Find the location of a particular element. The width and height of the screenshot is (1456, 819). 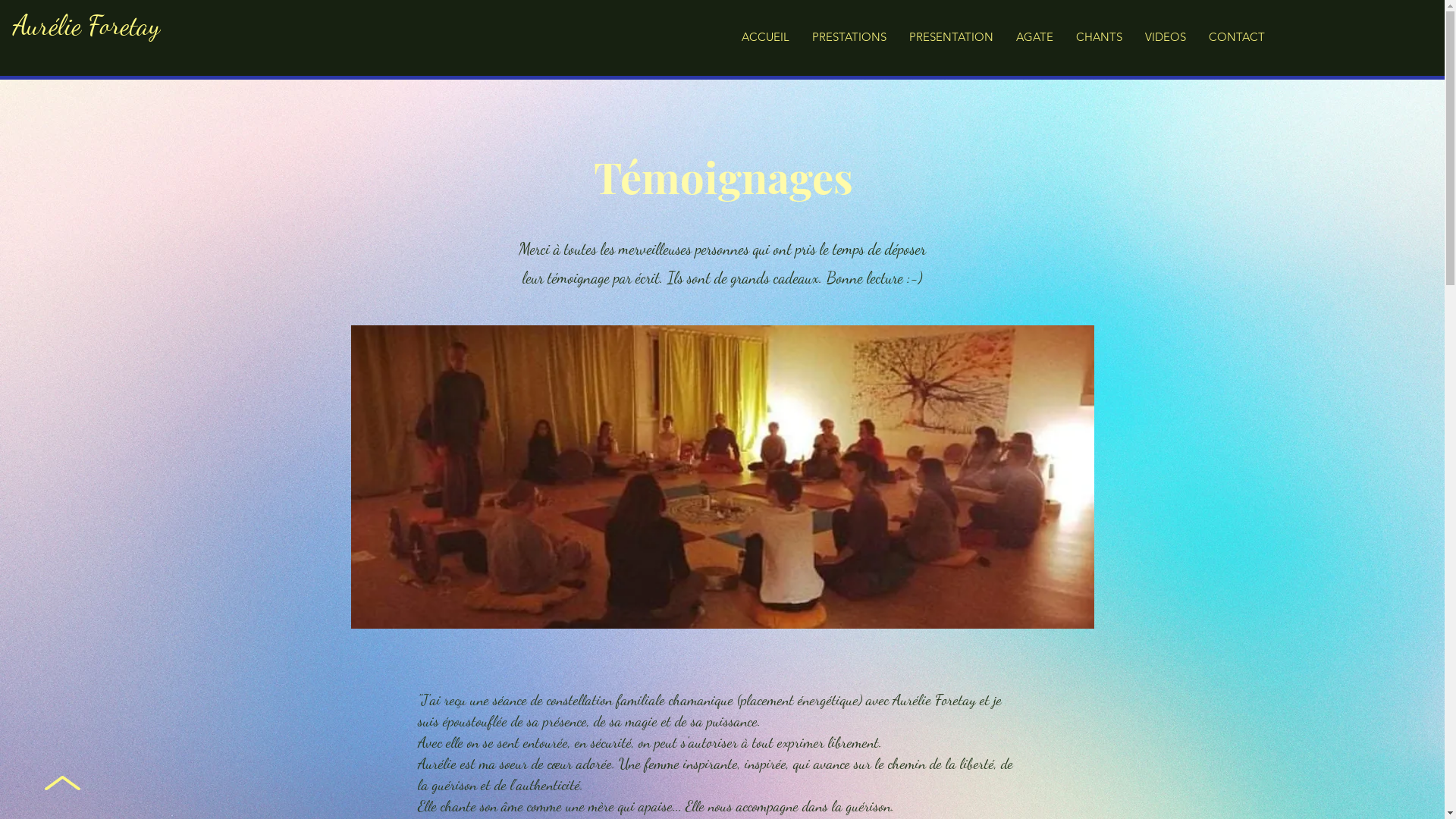

'PRESENTATION' is located at coordinates (950, 36).